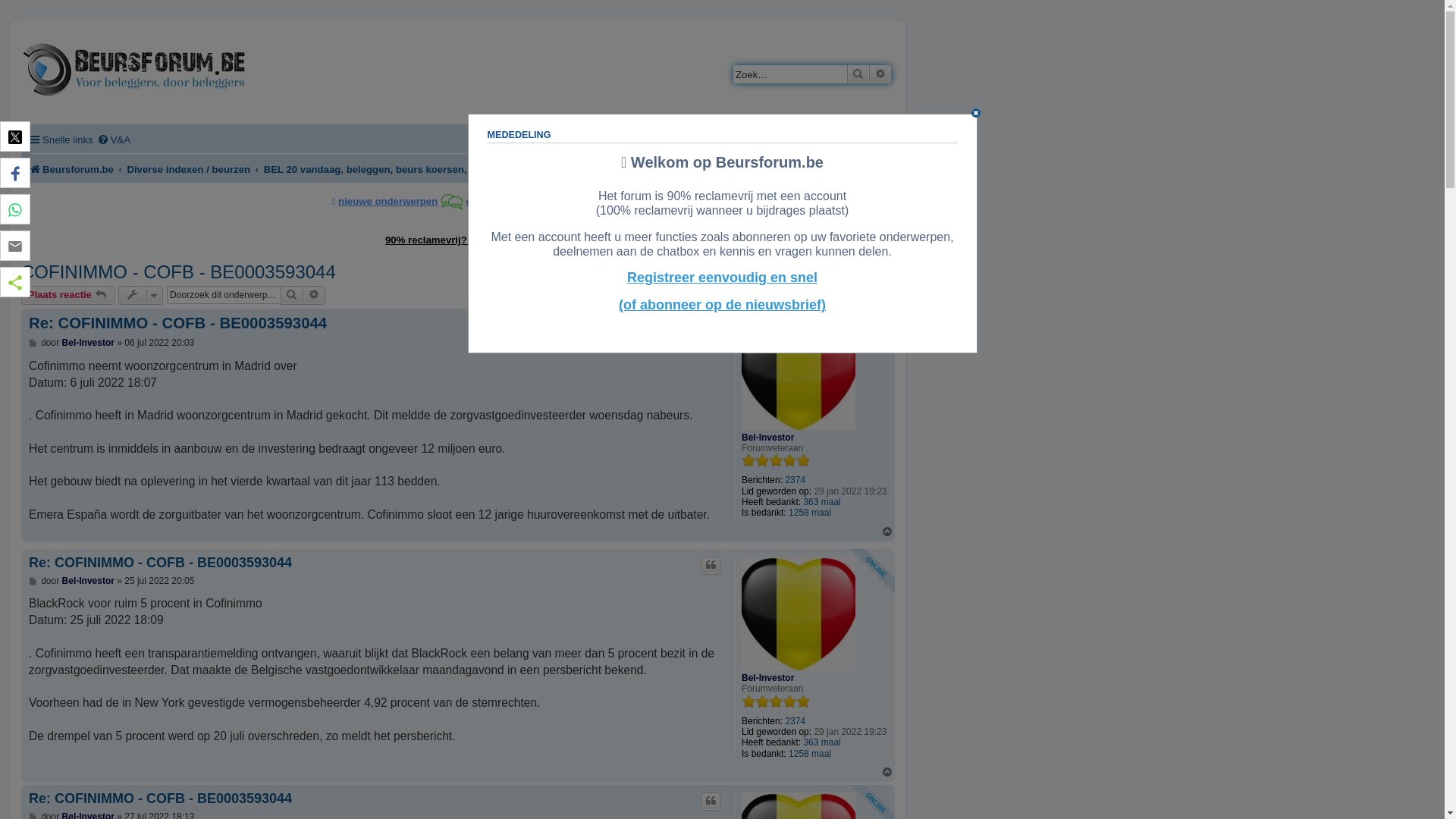 Image resolution: width=1456 pixels, height=819 pixels. What do you see at coordinates (112, 140) in the screenshot?
I see `'V&A'` at bounding box center [112, 140].